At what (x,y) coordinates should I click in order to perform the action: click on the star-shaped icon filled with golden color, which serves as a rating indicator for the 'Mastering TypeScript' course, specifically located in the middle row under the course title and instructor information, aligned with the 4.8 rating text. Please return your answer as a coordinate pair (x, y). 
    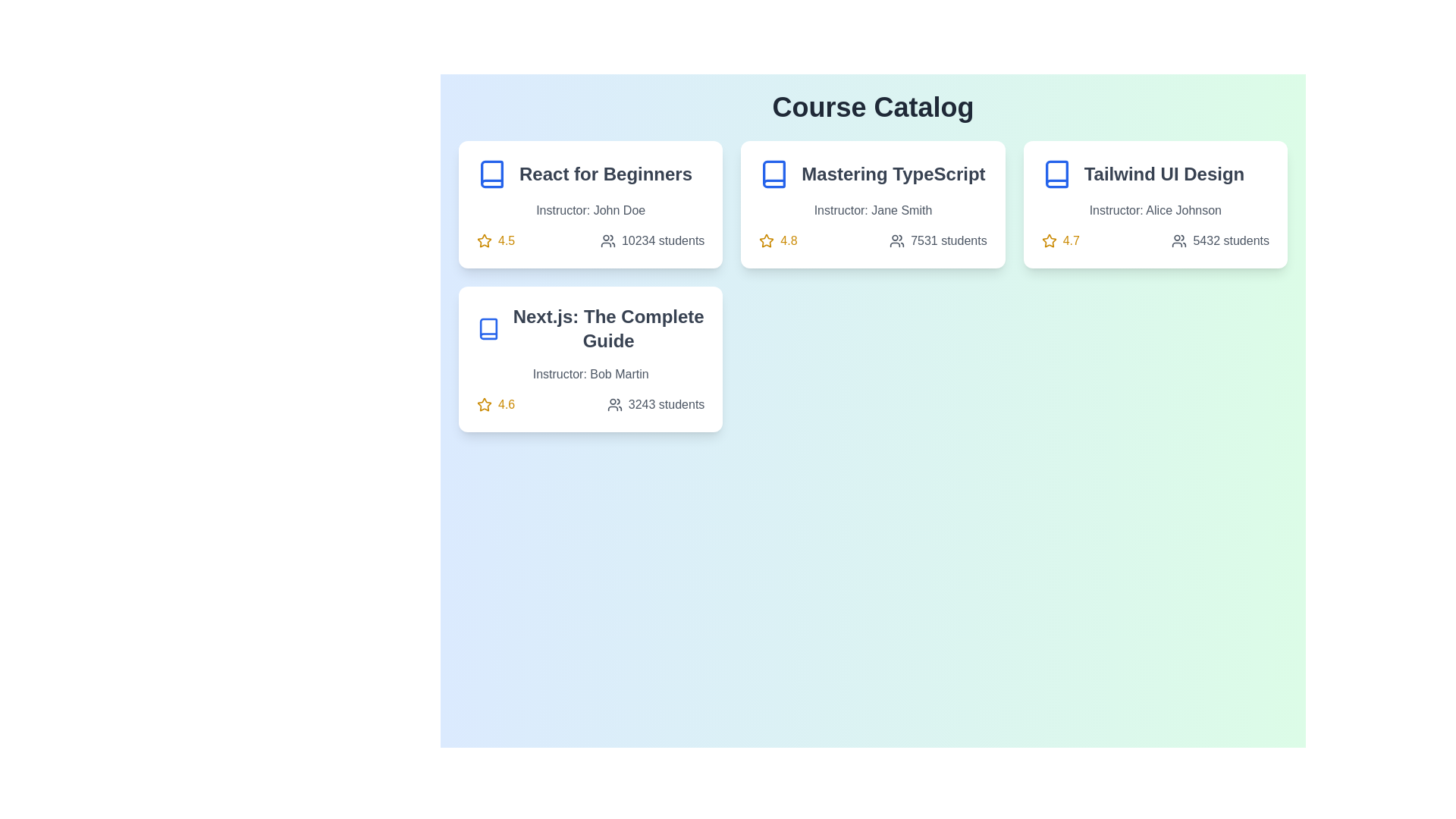
    Looking at the image, I should click on (767, 240).